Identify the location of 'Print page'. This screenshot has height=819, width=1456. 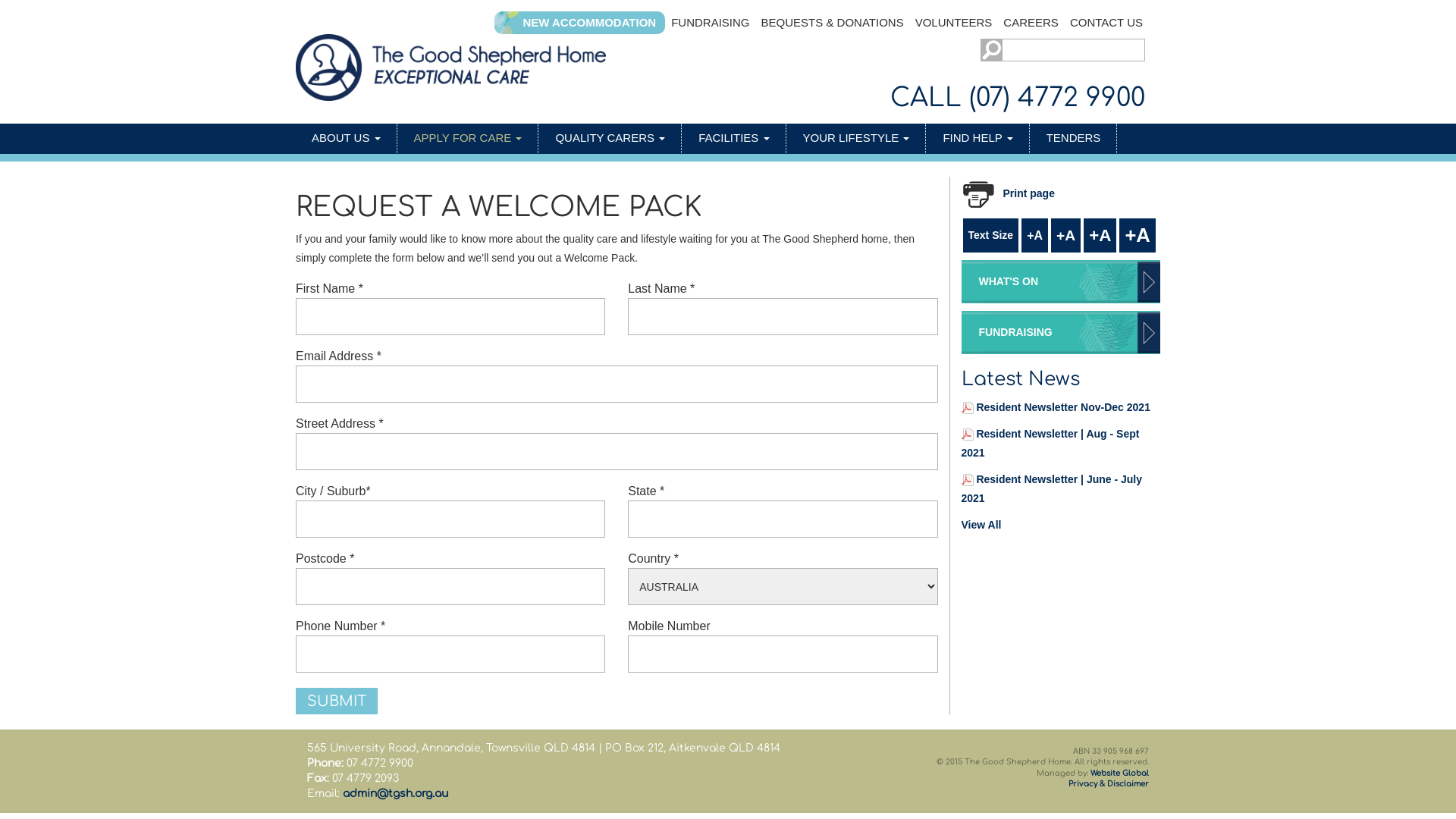
(1014, 193).